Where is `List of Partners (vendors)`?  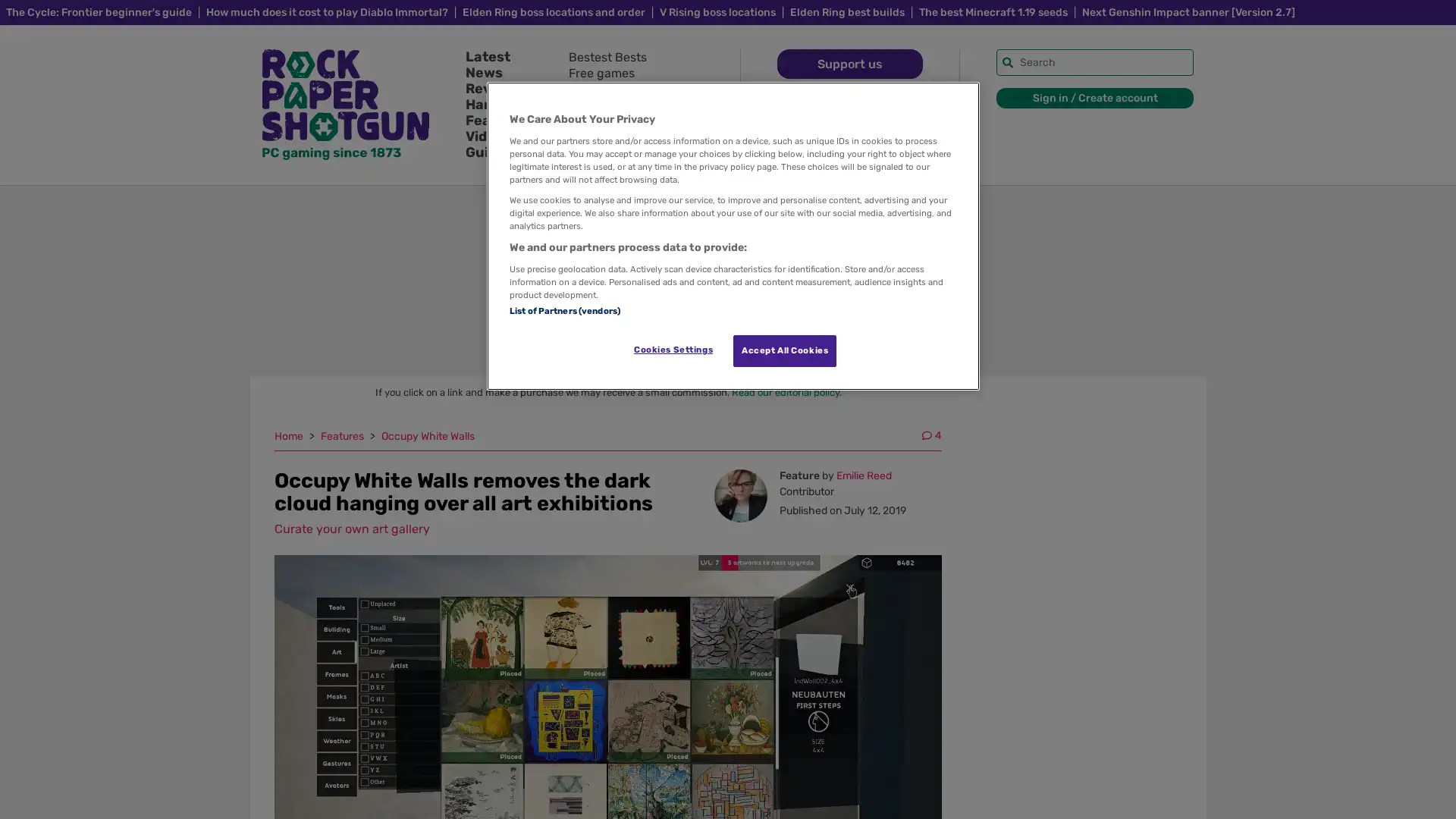 List of Partners (vendors) is located at coordinates (563, 309).